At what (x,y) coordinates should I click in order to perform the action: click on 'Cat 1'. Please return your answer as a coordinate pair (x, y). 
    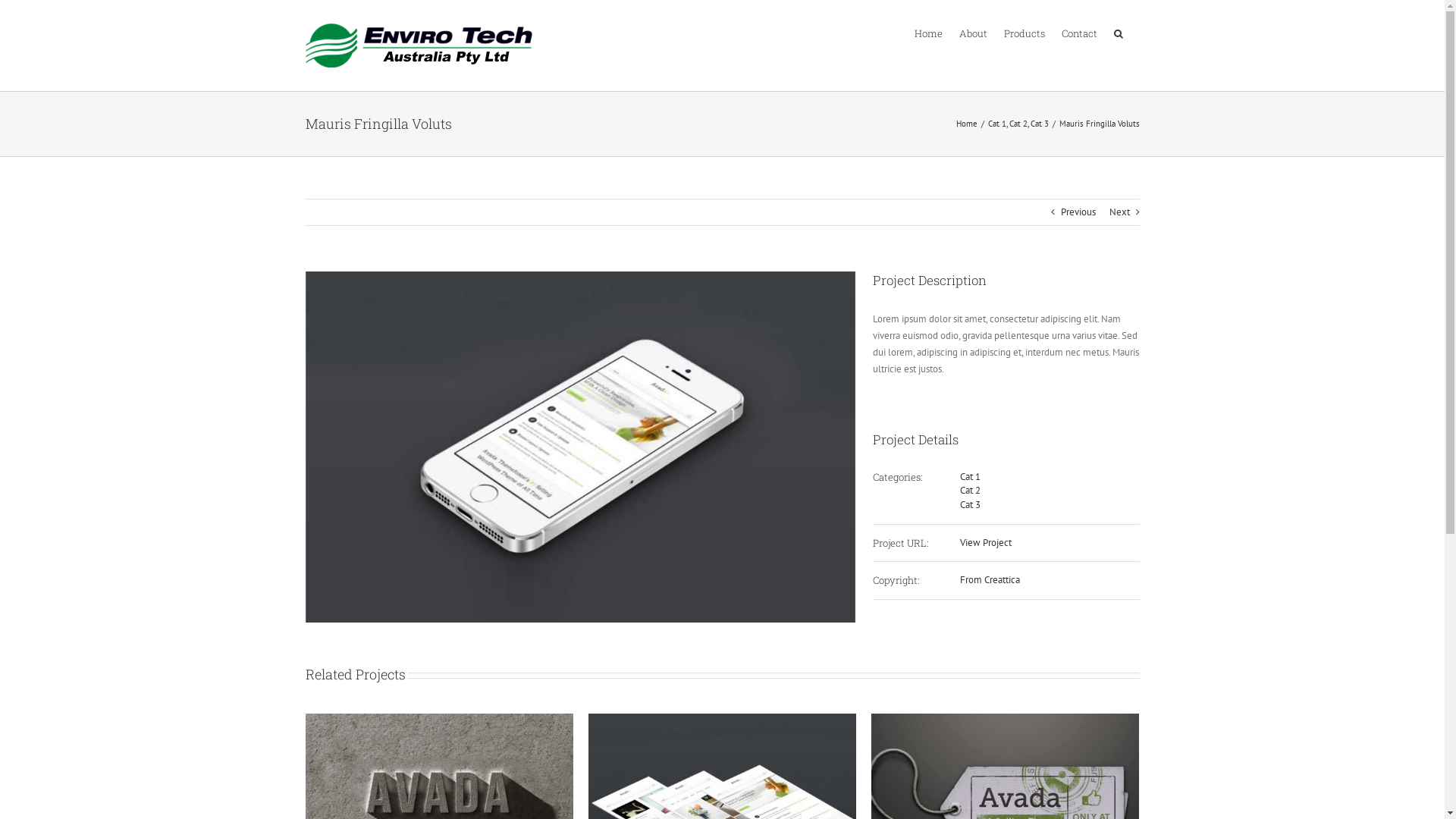
    Looking at the image, I should click on (996, 122).